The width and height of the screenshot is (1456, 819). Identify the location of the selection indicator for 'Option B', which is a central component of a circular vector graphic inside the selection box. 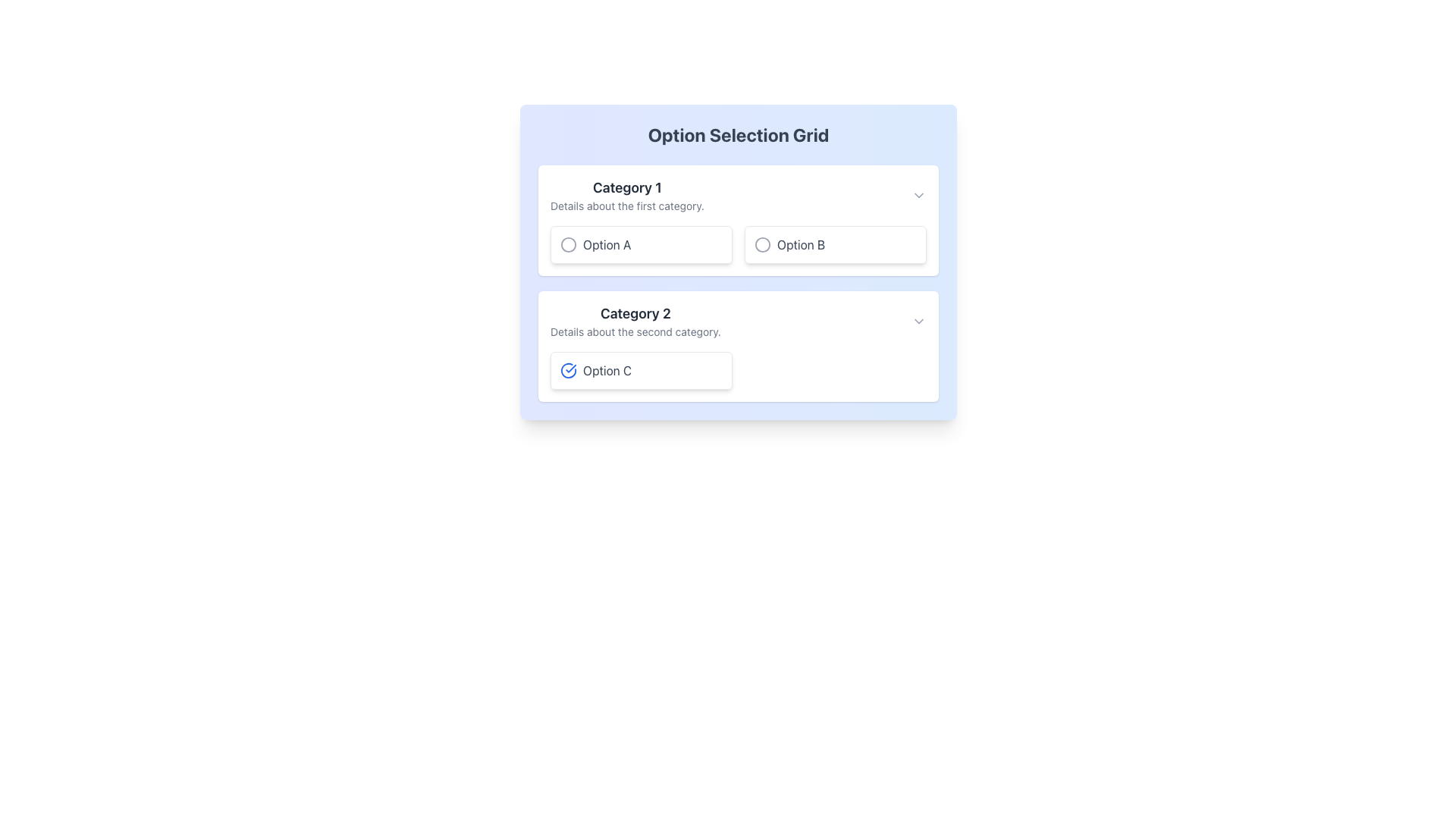
(763, 244).